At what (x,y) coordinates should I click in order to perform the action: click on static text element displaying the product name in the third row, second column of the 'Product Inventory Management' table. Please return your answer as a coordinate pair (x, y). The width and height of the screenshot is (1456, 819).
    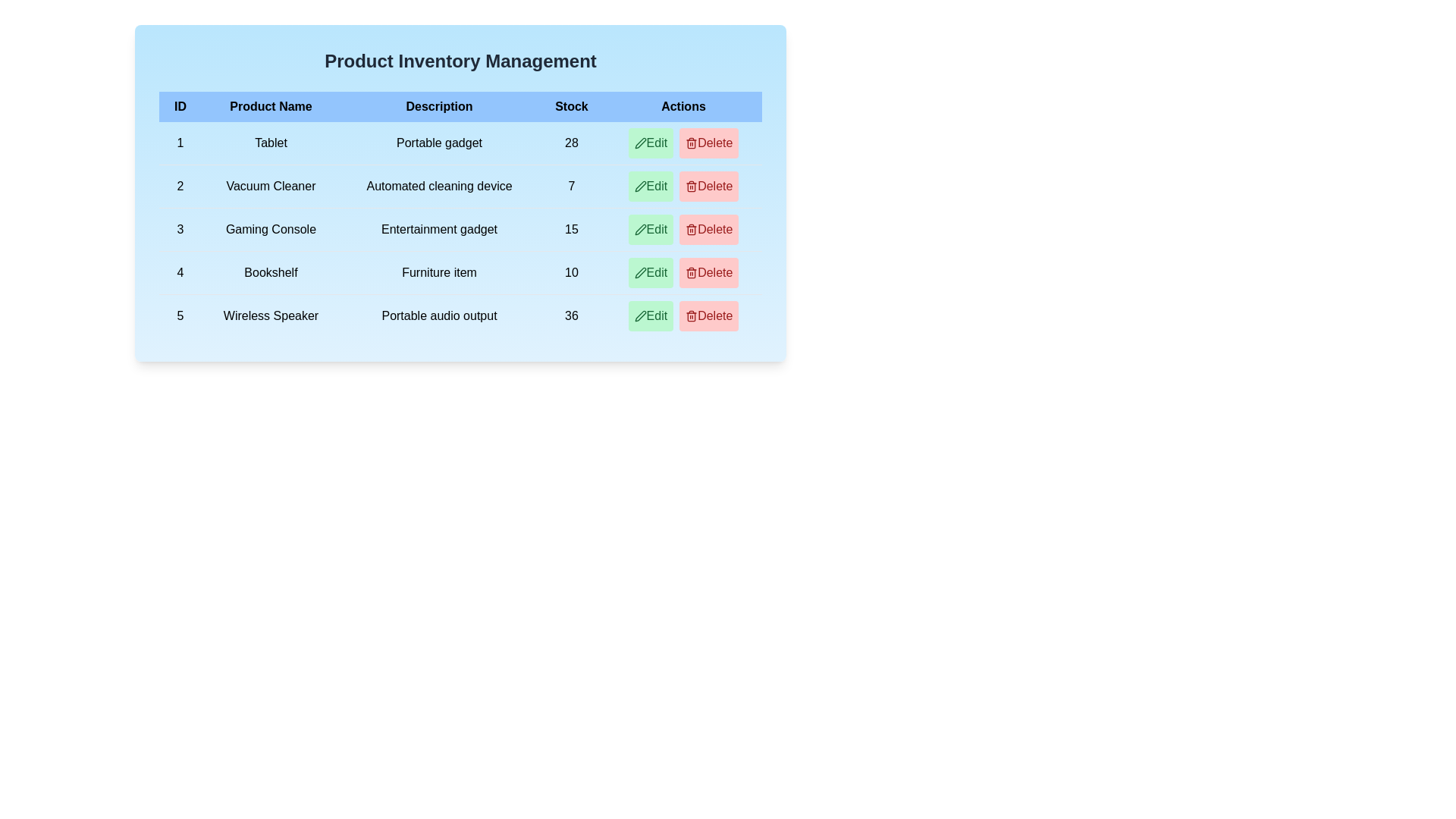
    Looking at the image, I should click on (271, 230).